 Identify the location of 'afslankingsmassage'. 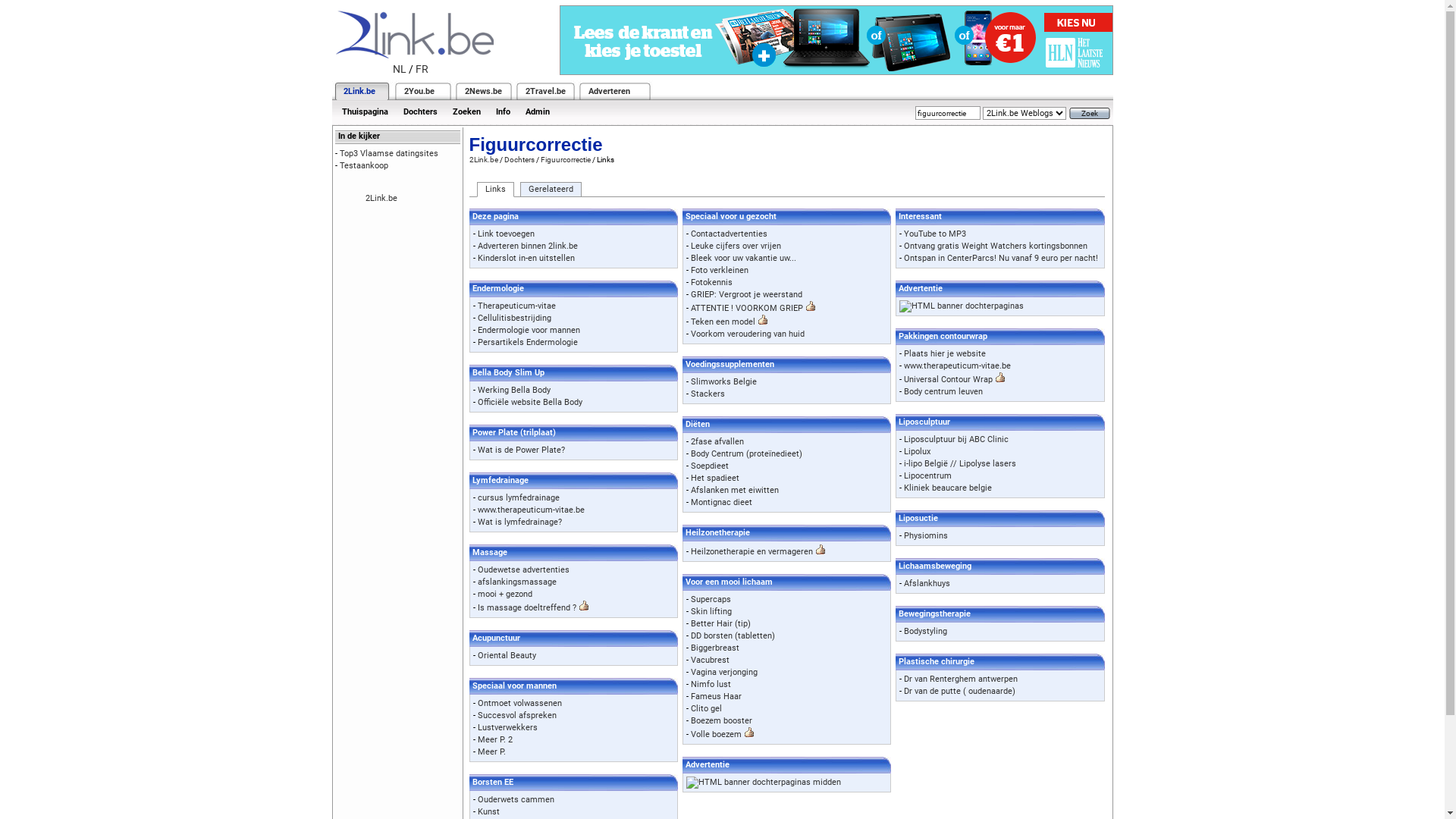
(516, 581).